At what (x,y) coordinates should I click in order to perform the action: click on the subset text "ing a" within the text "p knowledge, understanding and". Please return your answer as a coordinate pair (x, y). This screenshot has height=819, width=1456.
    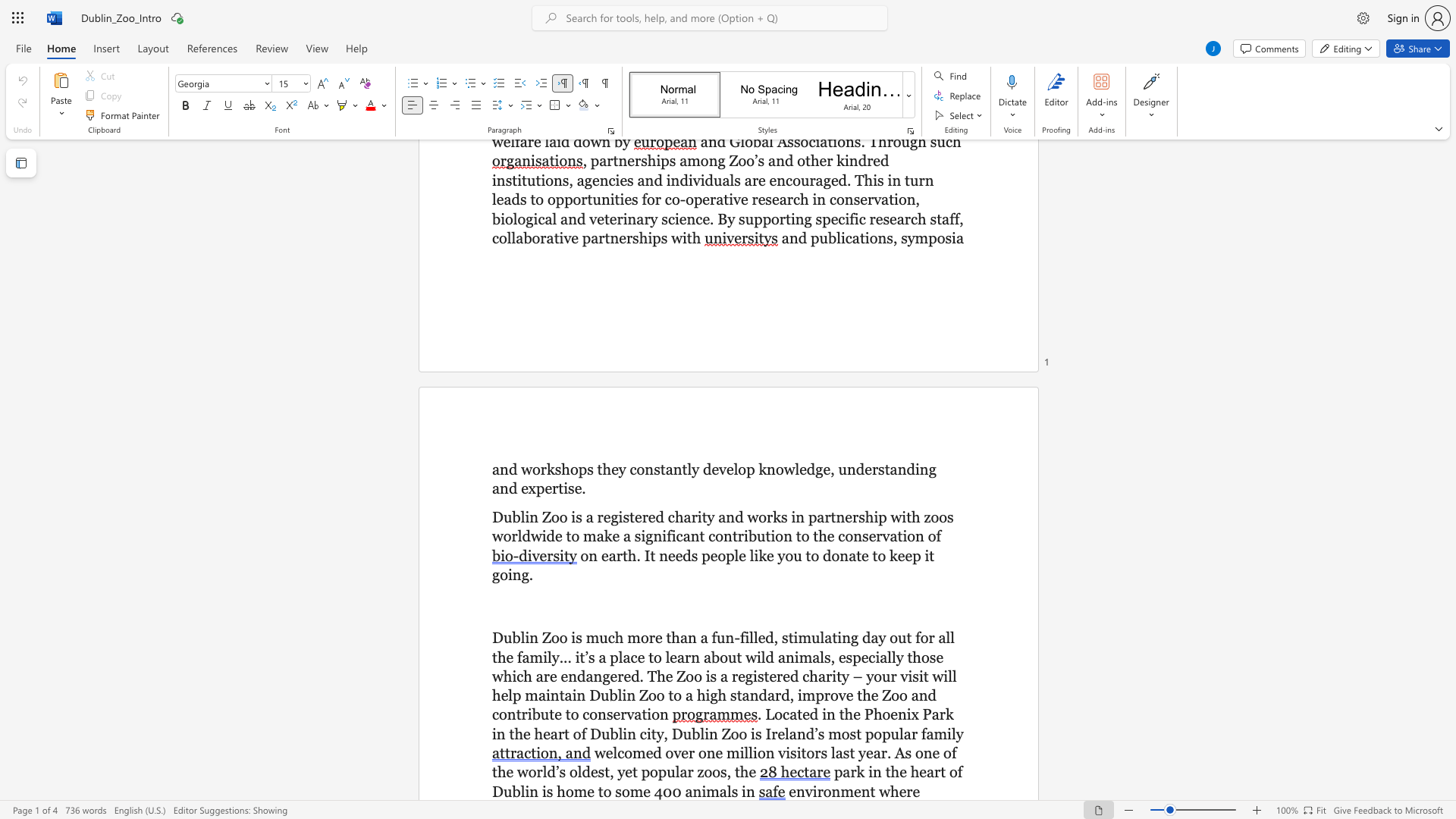
    Looking at the image, I should click on (914, 468).